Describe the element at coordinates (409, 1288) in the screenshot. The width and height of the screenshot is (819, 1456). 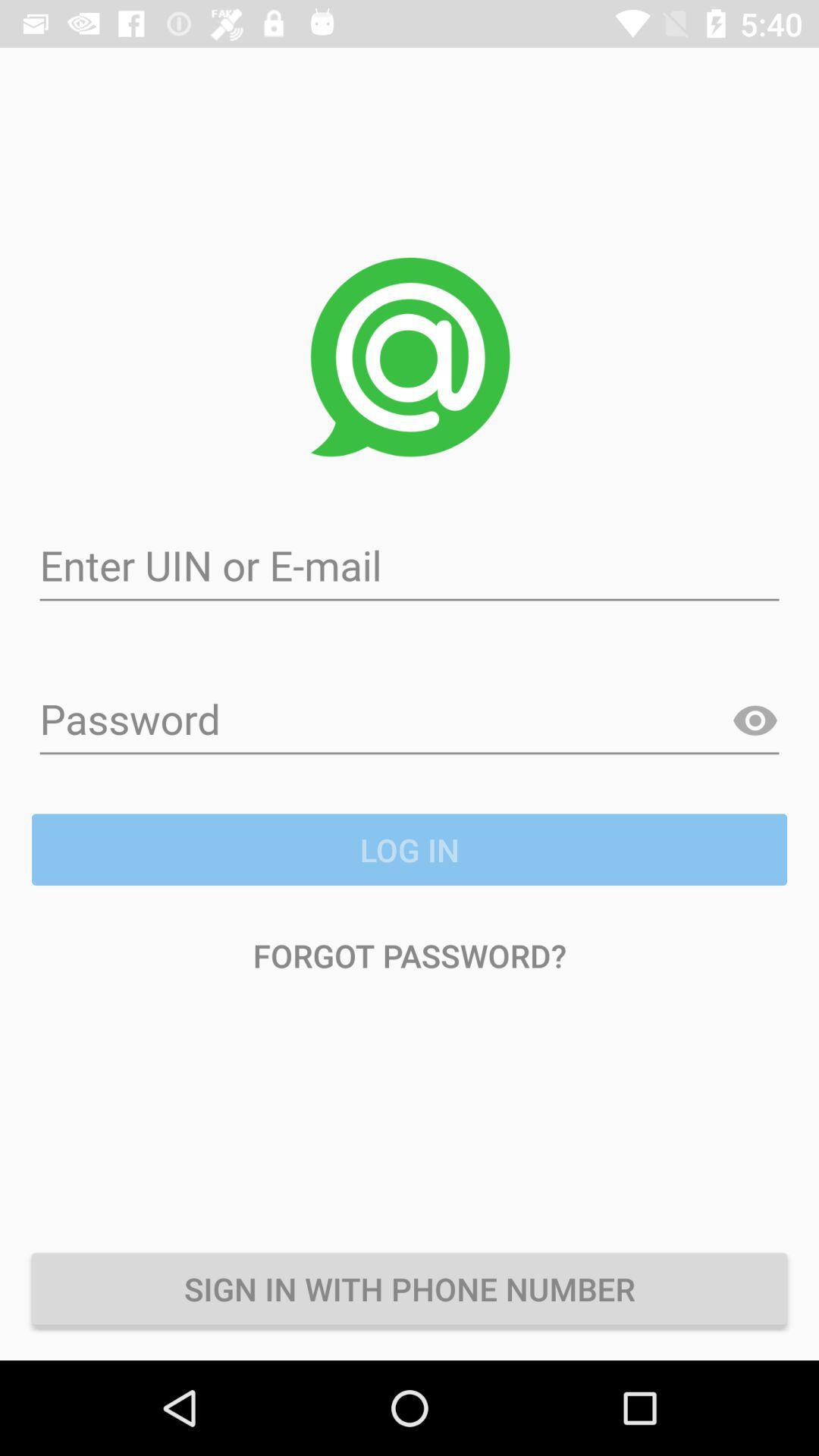
I see `sign in with item` at that location.